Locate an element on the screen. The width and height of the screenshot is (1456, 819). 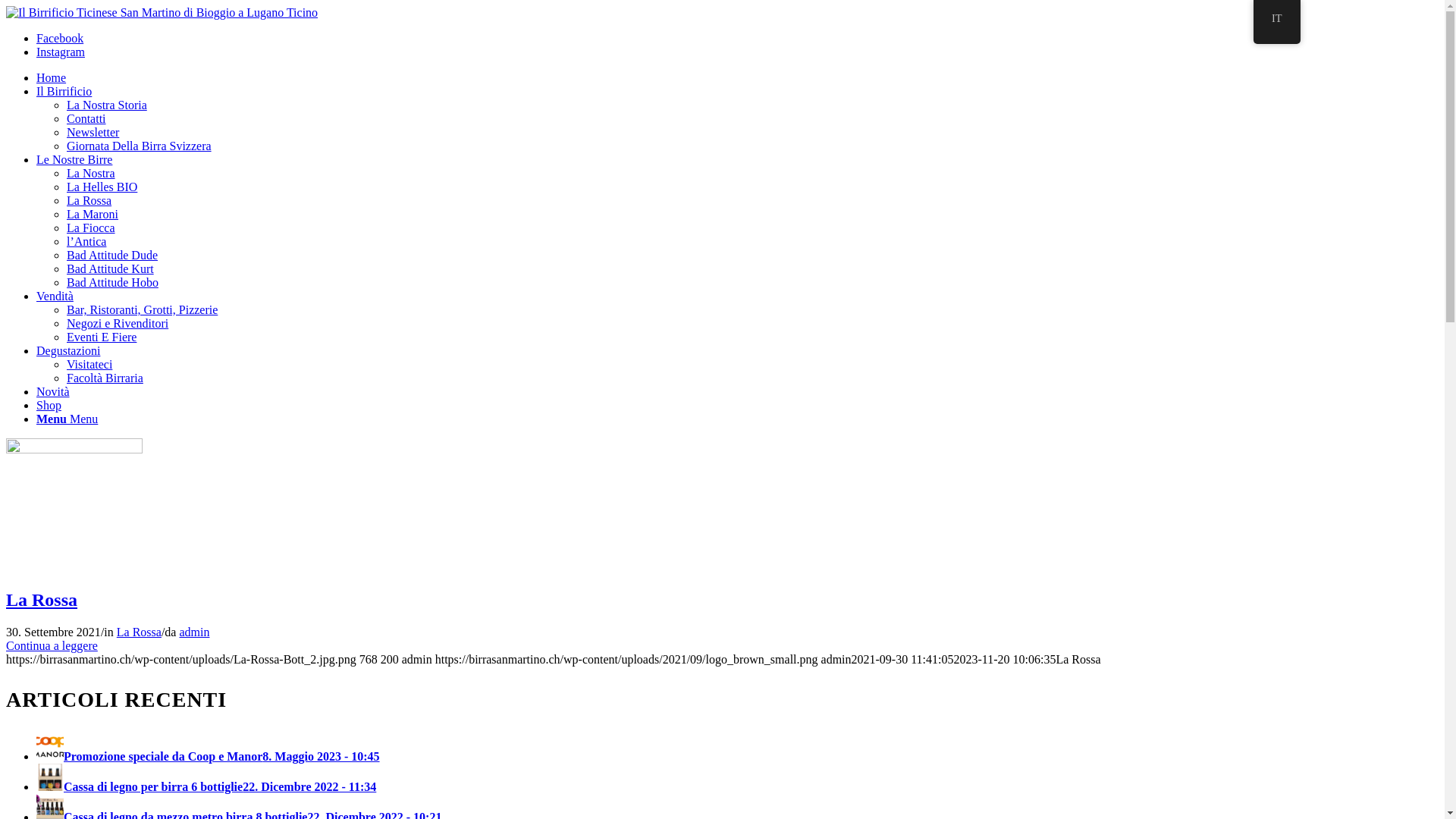
'Degustazioni' is located at coordinates (67, 350).